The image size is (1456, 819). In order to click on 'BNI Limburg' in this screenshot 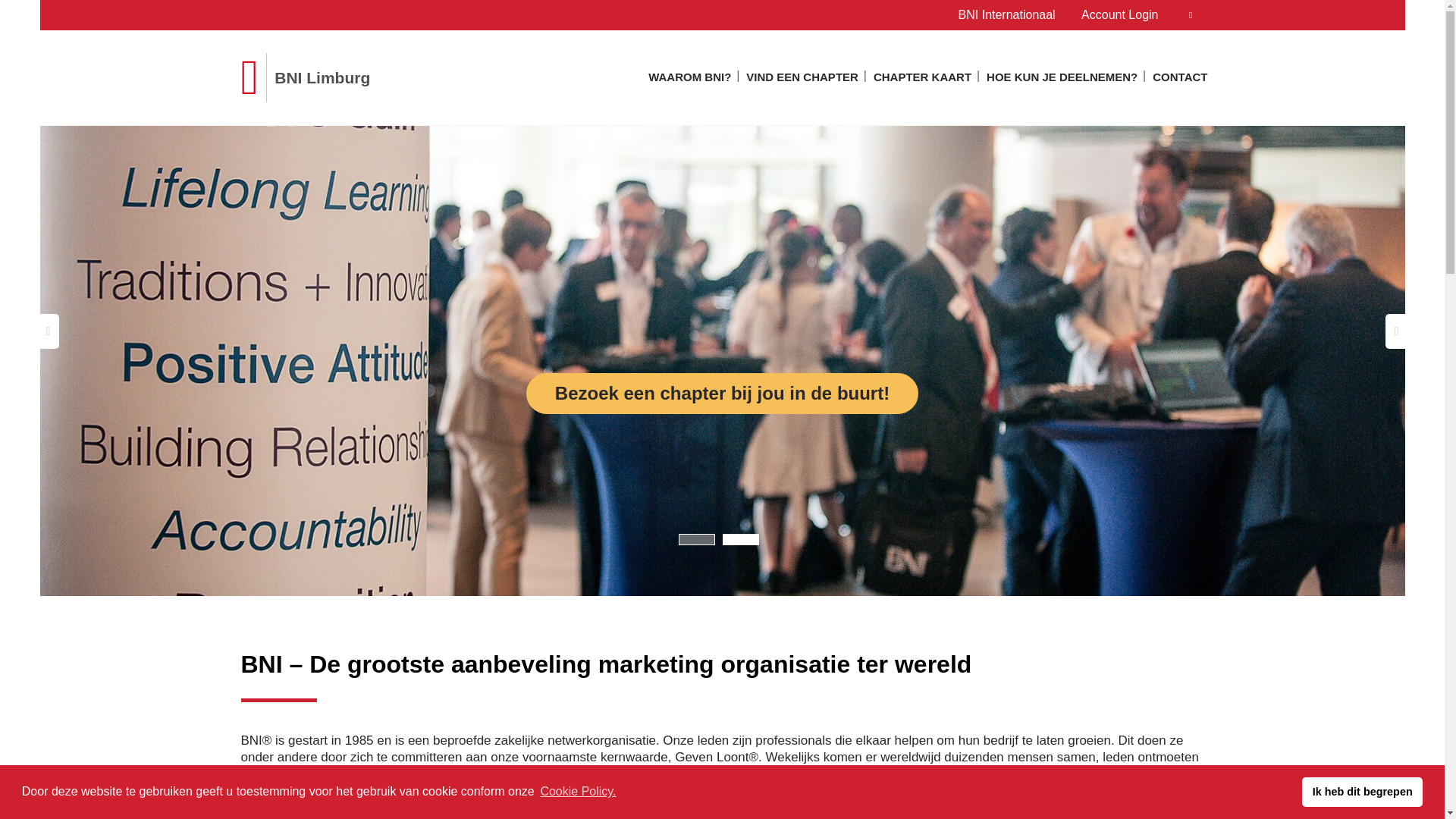, I will do `click(305, 77)`.